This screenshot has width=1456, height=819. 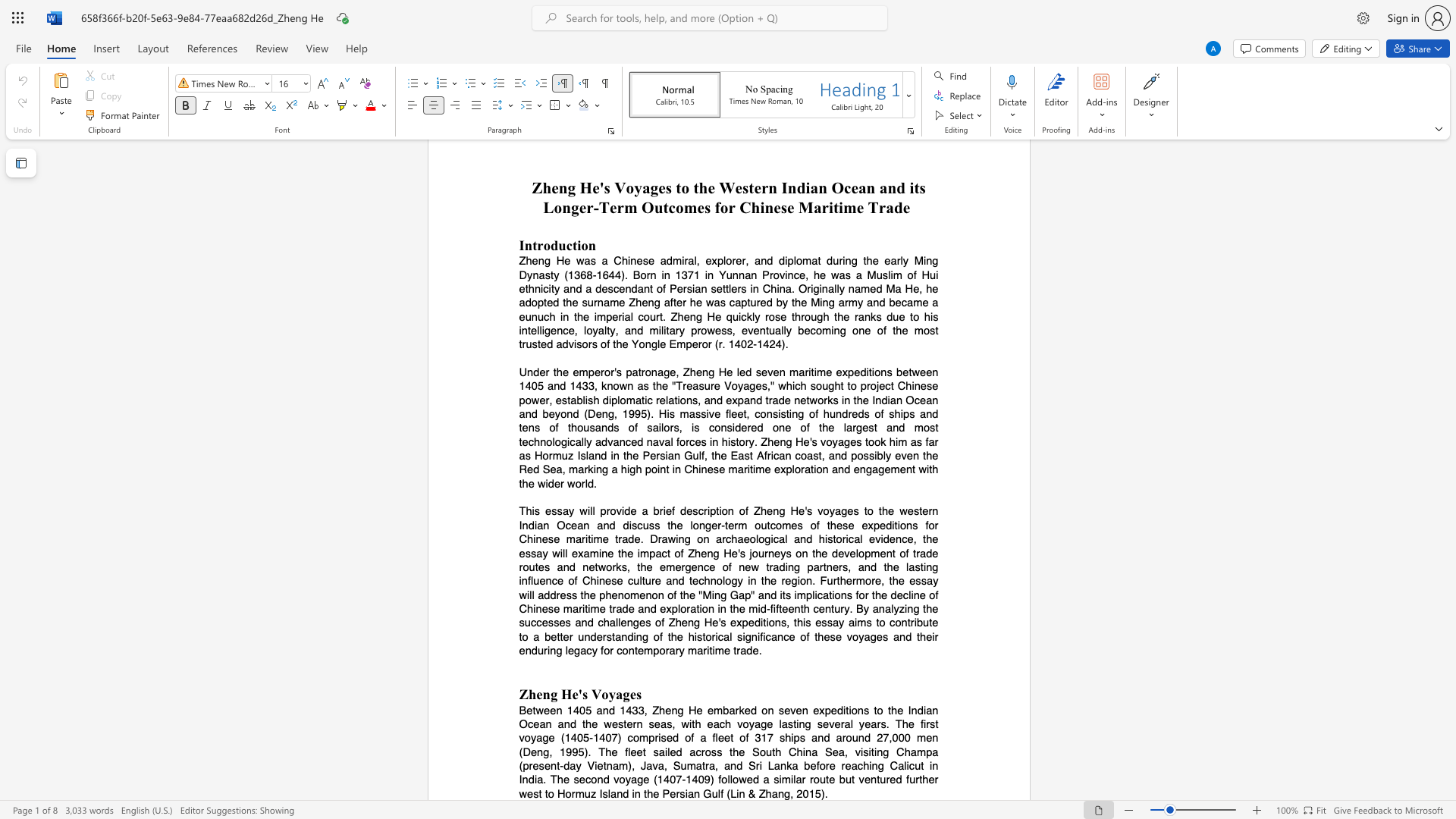 I want to click on the subset text "ormuz Island in the Persian G" within the text "in India. The second voyage (1407-1409) followed a similar route but ventured further west to Hormuz Island in the Persian Gulf (Lin & Zhang, 2015).", so click(x=564, y=792).